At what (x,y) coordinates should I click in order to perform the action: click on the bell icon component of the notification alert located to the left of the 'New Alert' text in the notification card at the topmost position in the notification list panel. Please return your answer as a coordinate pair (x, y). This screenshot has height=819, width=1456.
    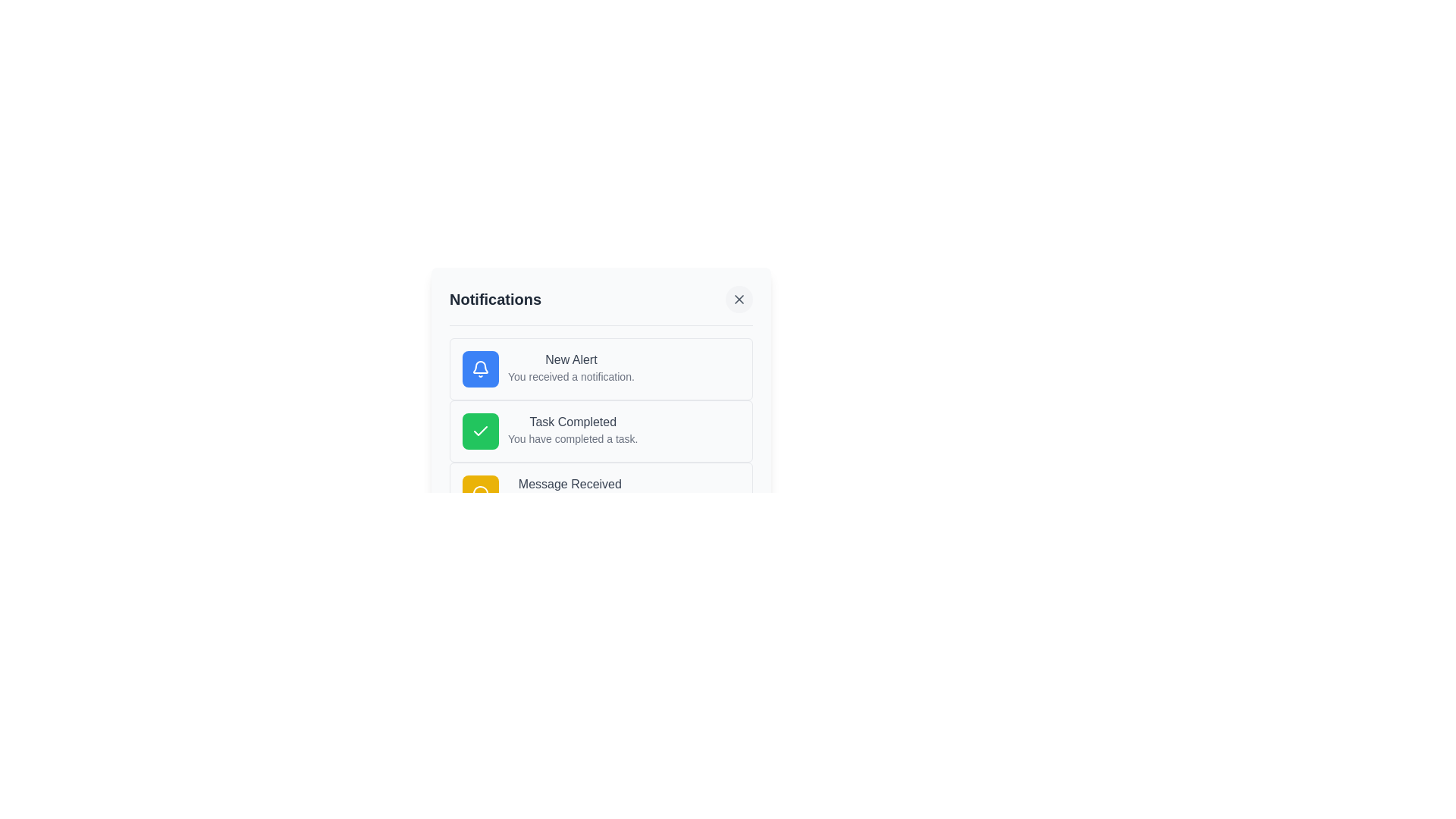
    Looking at the image, I should click on (479, 367).